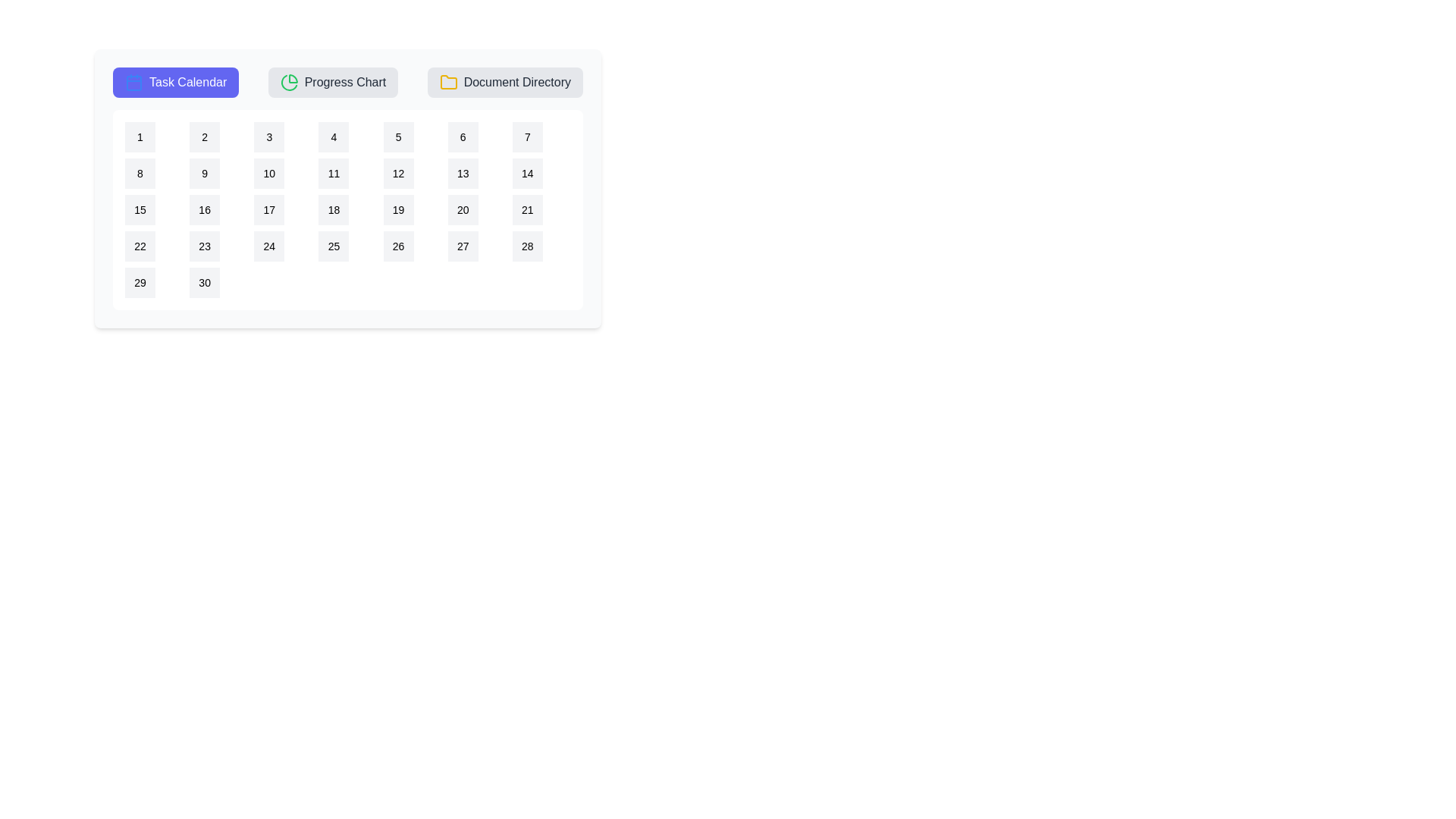 This screenshot has width=1456, height=819. Describe the element at coordinates (269, 137) in the screenshot. I see `the calendar date 3` at that location.